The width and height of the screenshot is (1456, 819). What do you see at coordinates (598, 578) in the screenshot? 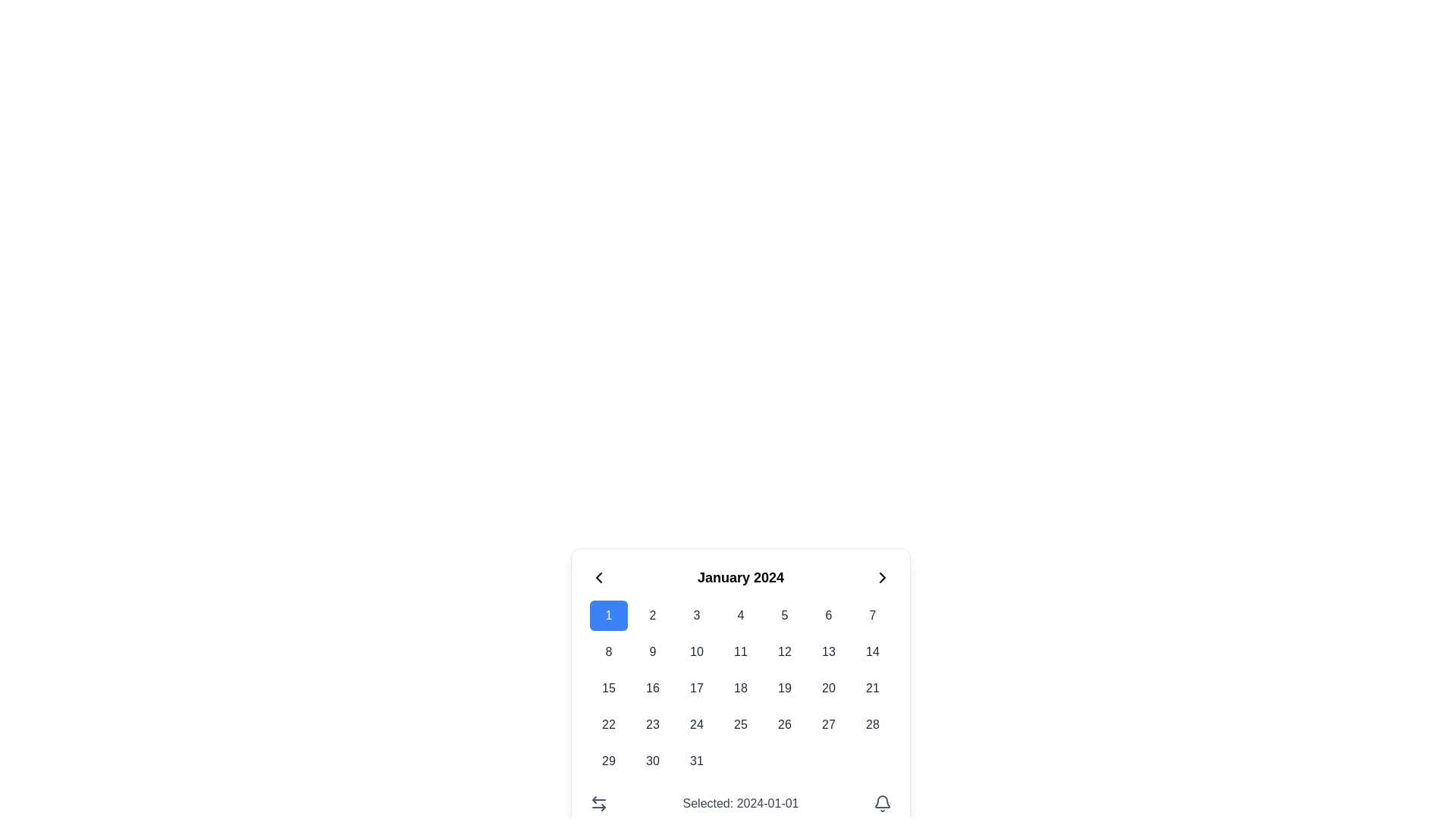
I see `the leftward-pointing chevron icon button located on the far left of the calendar header bar` at bounding box center [598, 578].